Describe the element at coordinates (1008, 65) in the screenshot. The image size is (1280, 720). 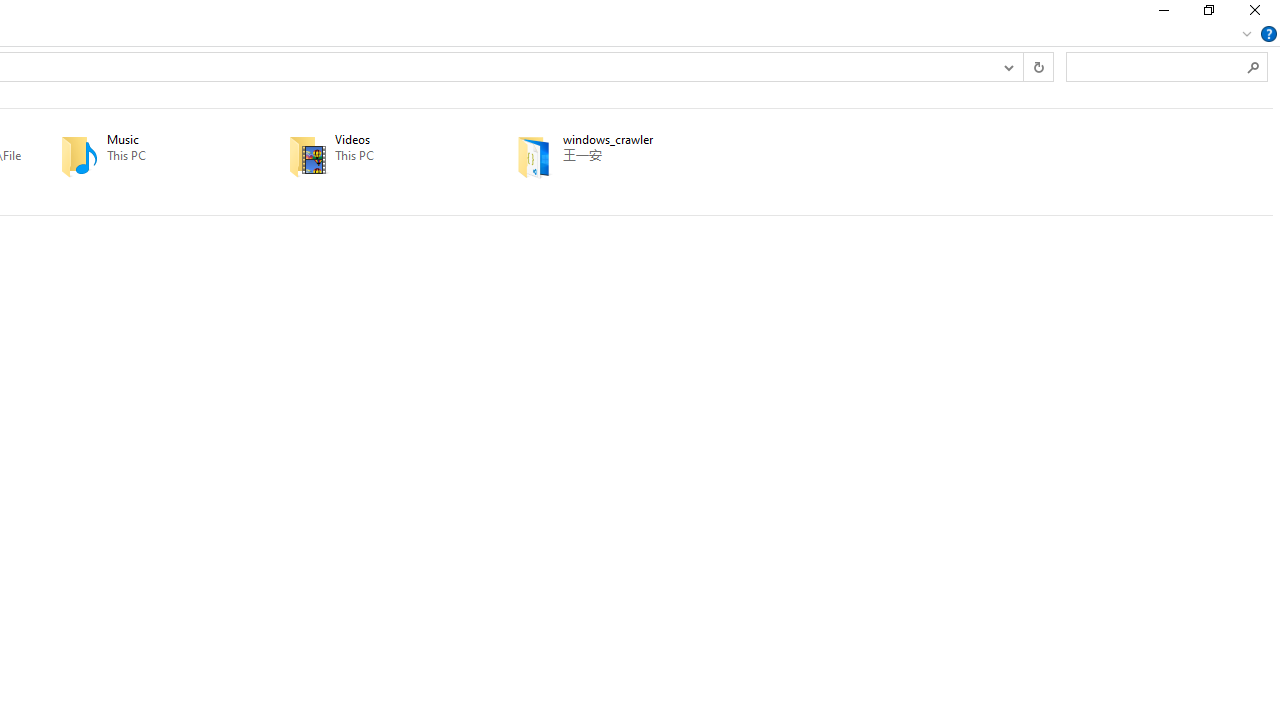
I see `'Previous Locations'` at that location.